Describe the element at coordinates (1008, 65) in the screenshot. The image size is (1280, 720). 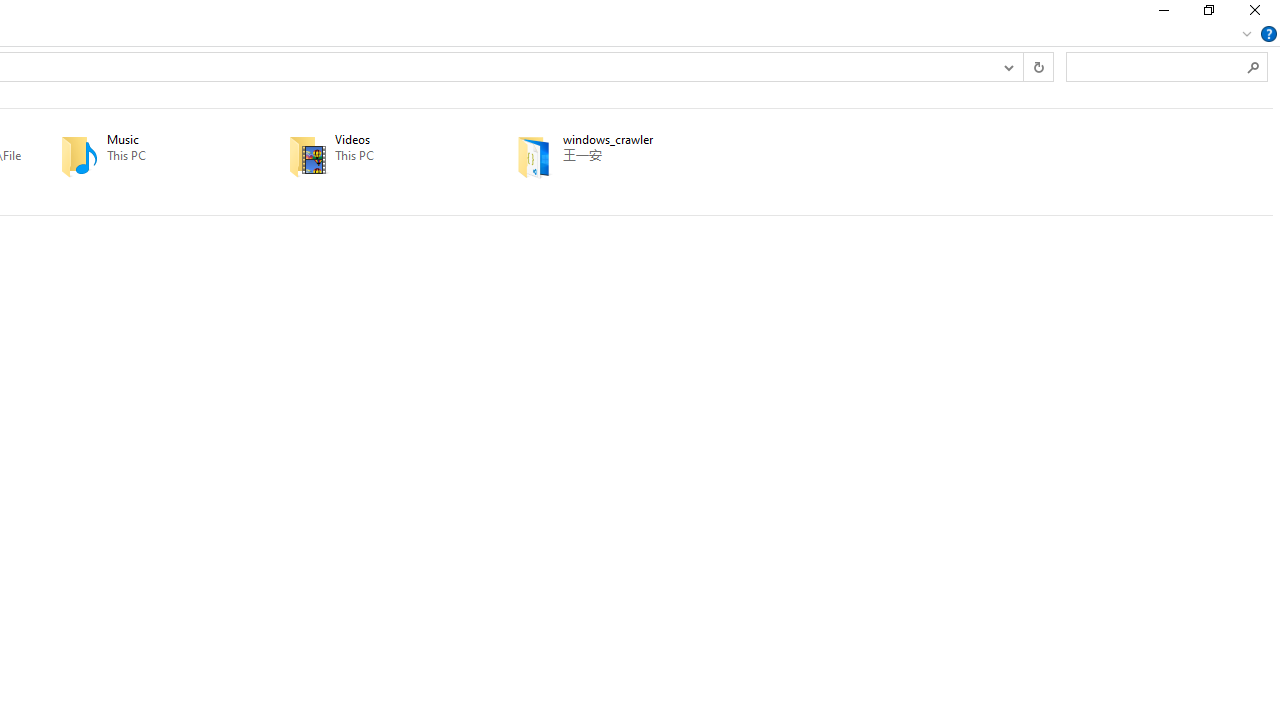
I see `'Previous Locations'` at that location.